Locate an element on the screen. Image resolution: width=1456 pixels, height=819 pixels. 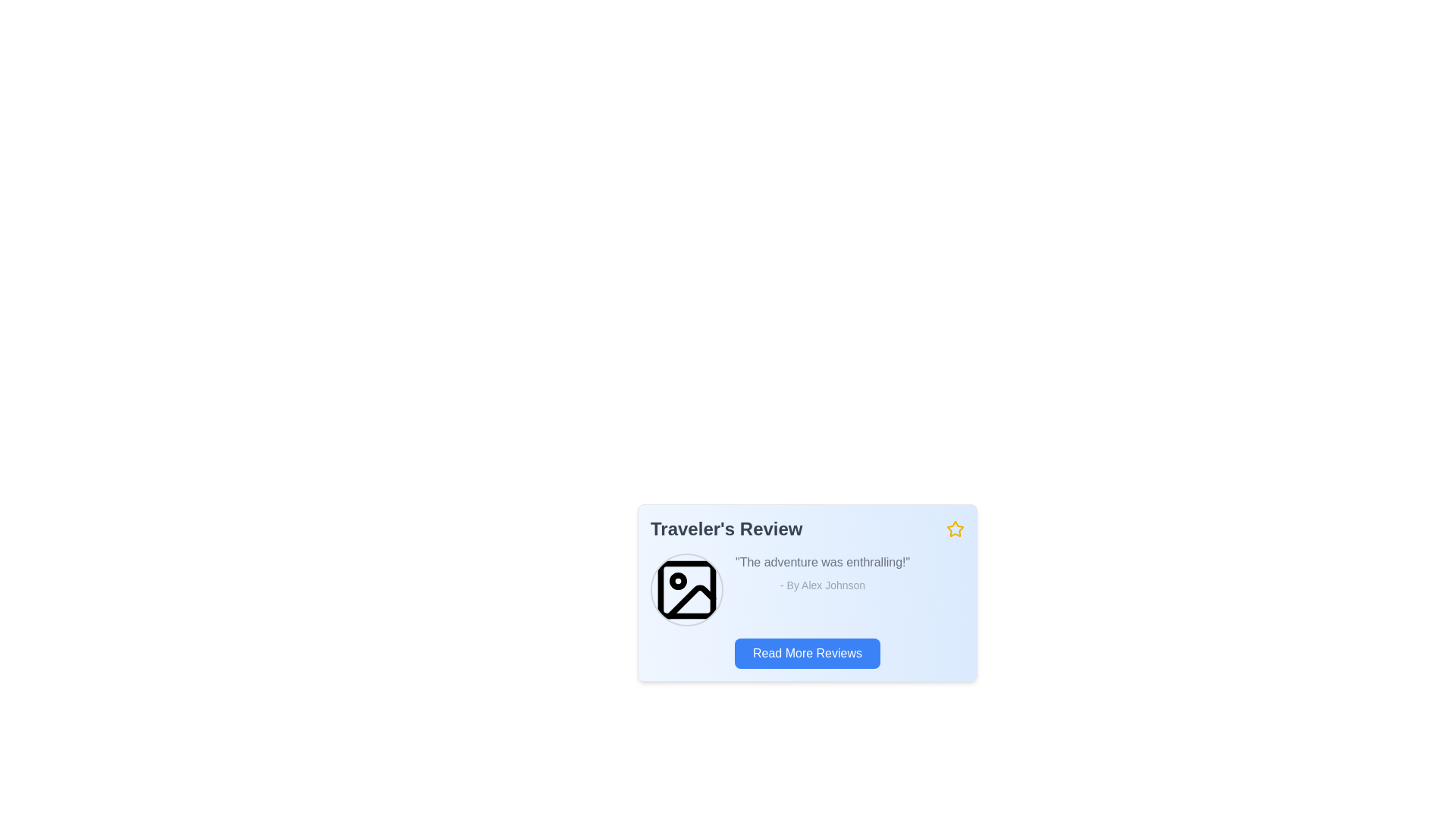
small text snippet '- By Alex Johnson' which is gray-colored and positioned under the larger testimonial text within the review card is located at coordinates (821, 584).